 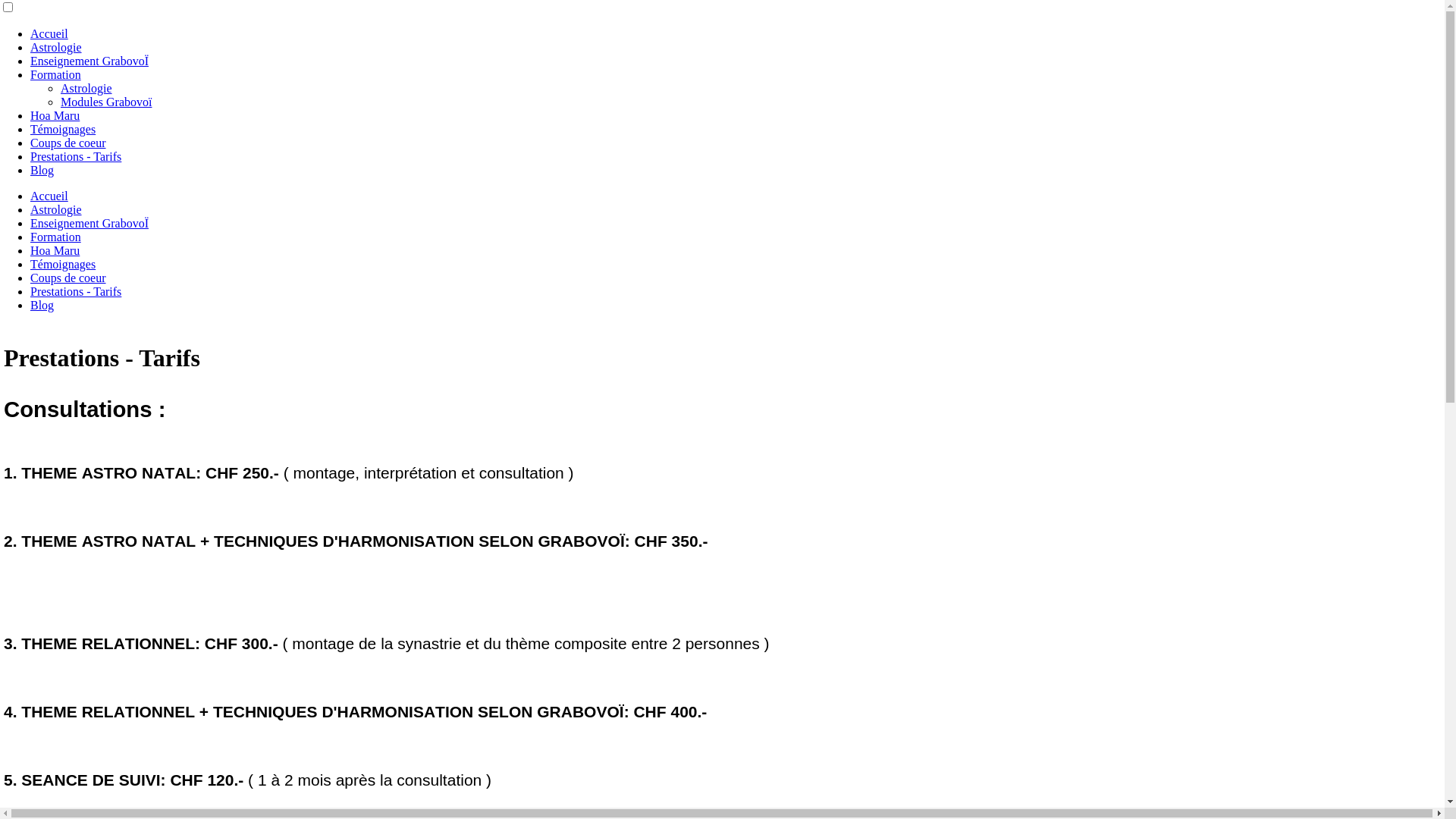 I want to click on 'Prestations - Tarifs', so click(x=75, y=291).